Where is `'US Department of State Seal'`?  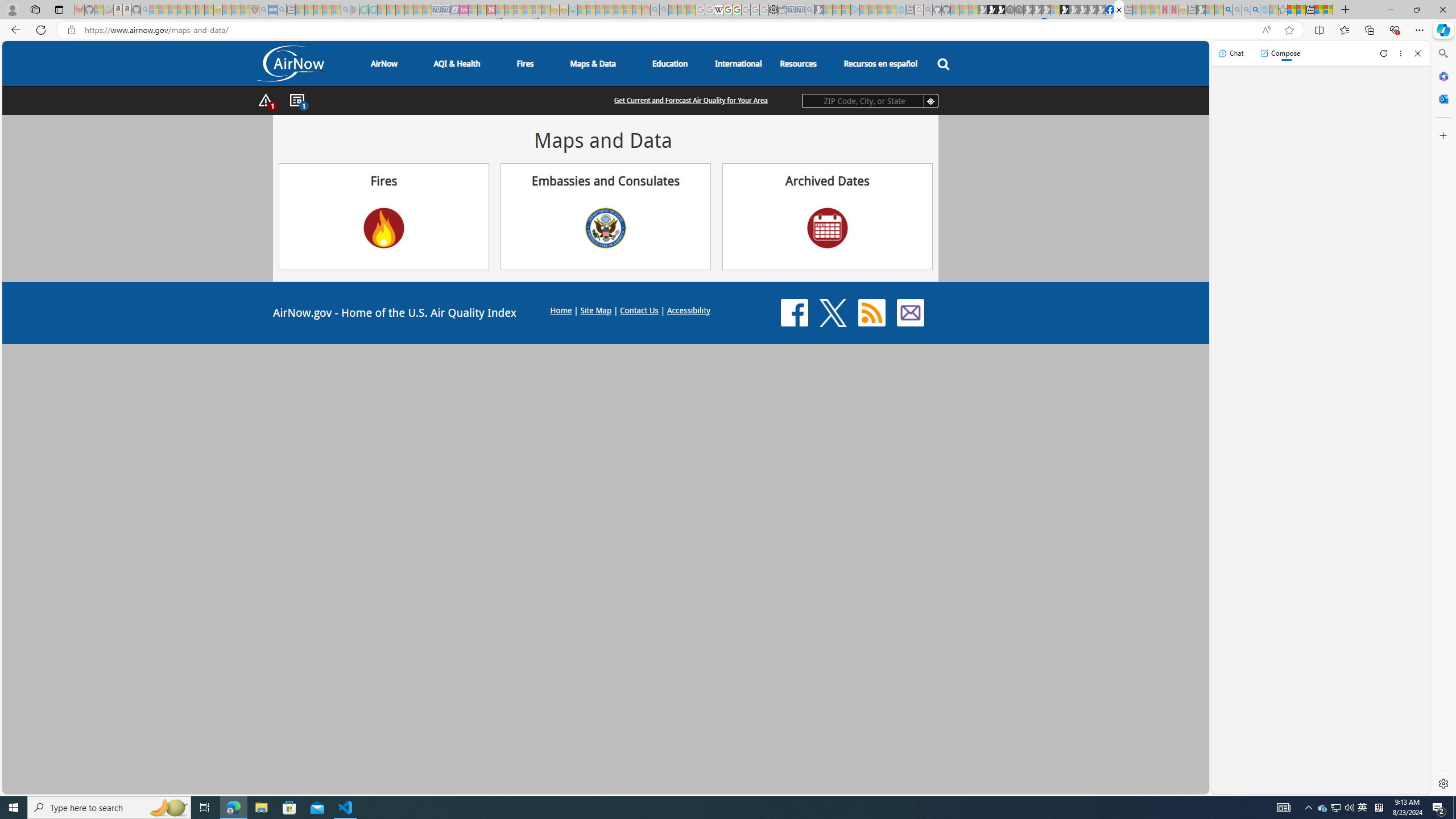 'US Department of State Seal' is located at coordinates (605, 227).